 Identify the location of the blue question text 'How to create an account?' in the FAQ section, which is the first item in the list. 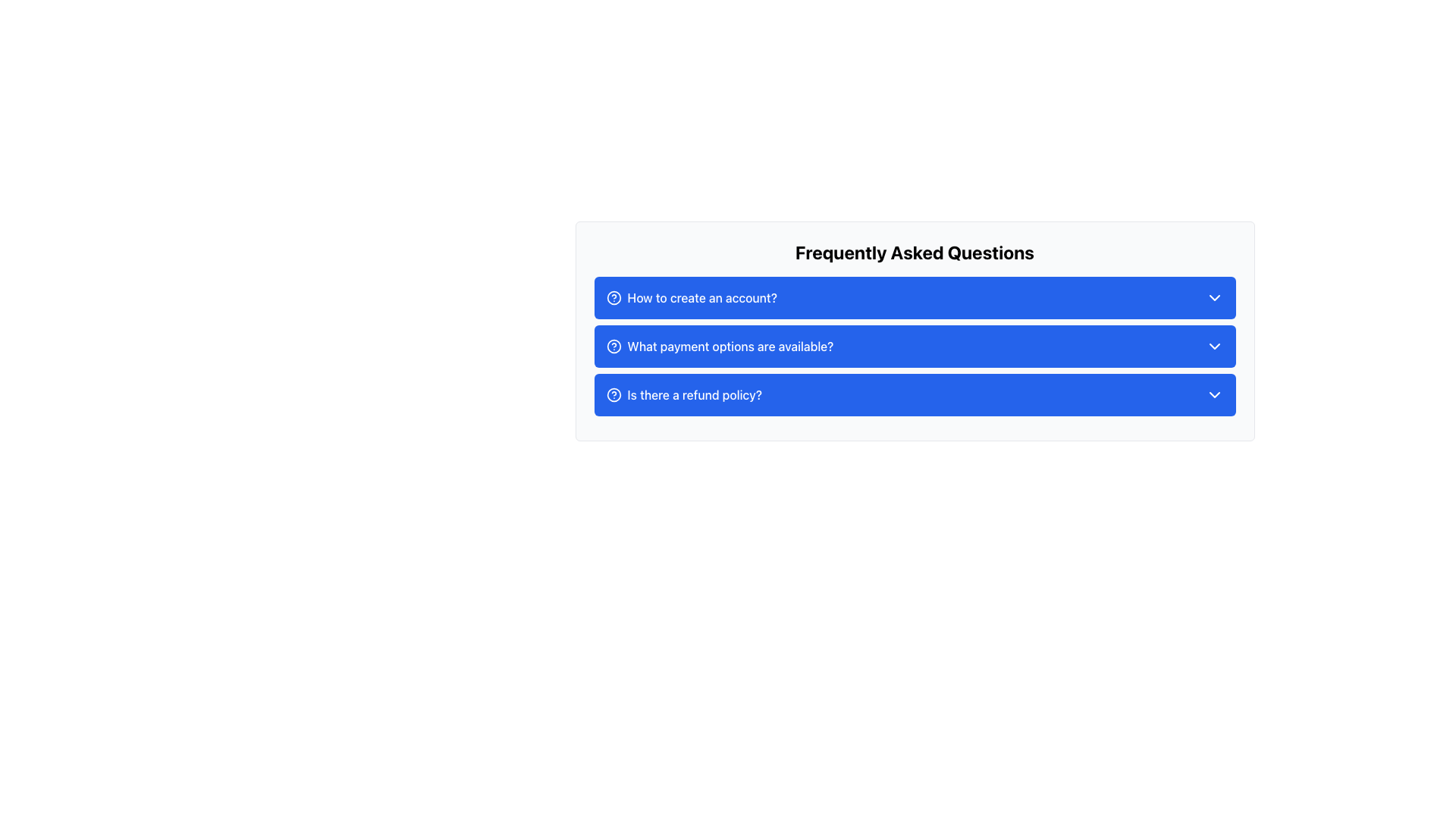
(701, 298).